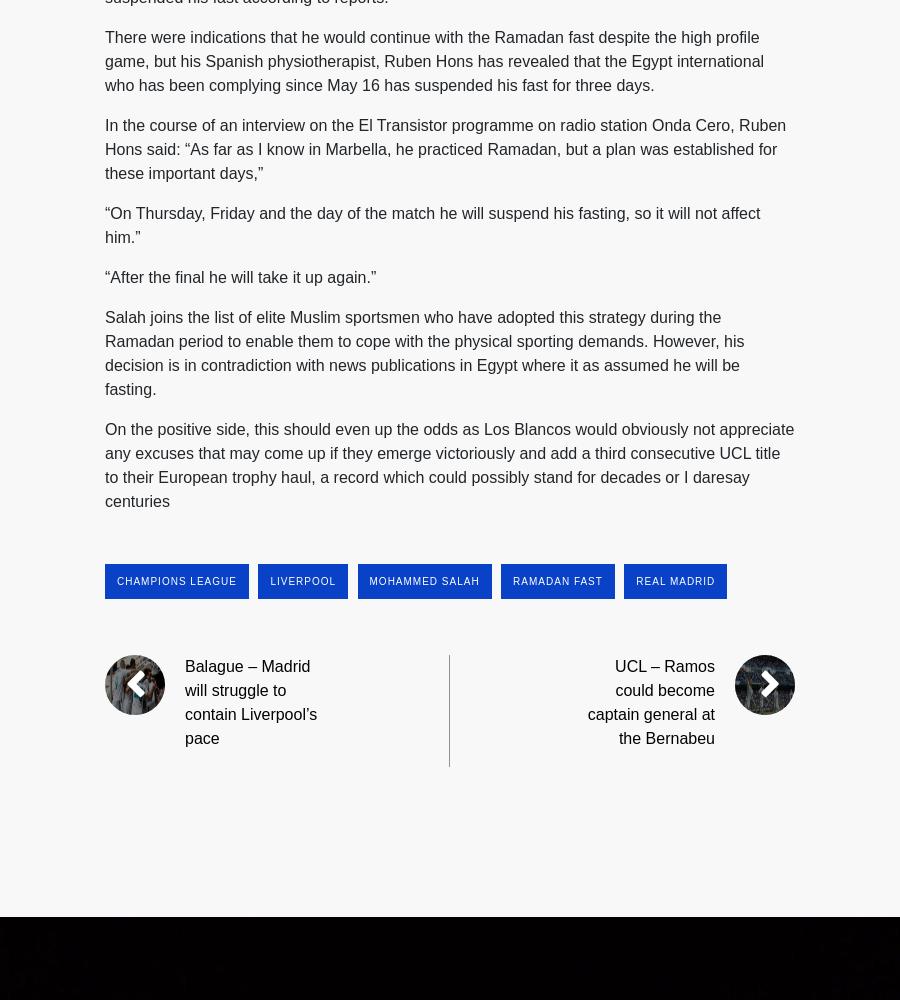 This screenshot has height=1000, width=900. I want to click on 'liverpool', so click(302, 579).